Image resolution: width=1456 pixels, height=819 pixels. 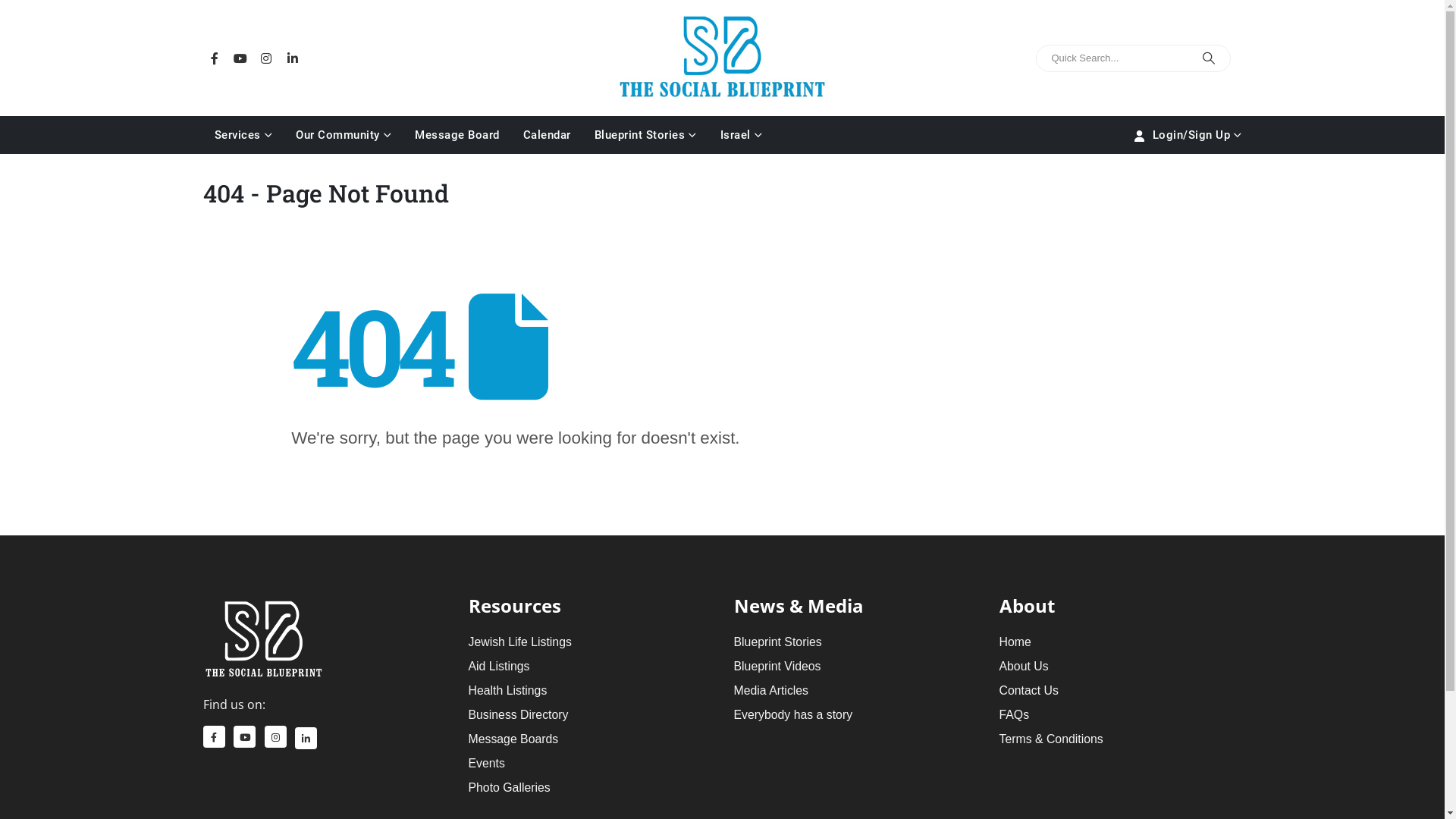 I want to click on 'The Social Blueprint - Community's Resource Guide', so click(x=720, y=55).